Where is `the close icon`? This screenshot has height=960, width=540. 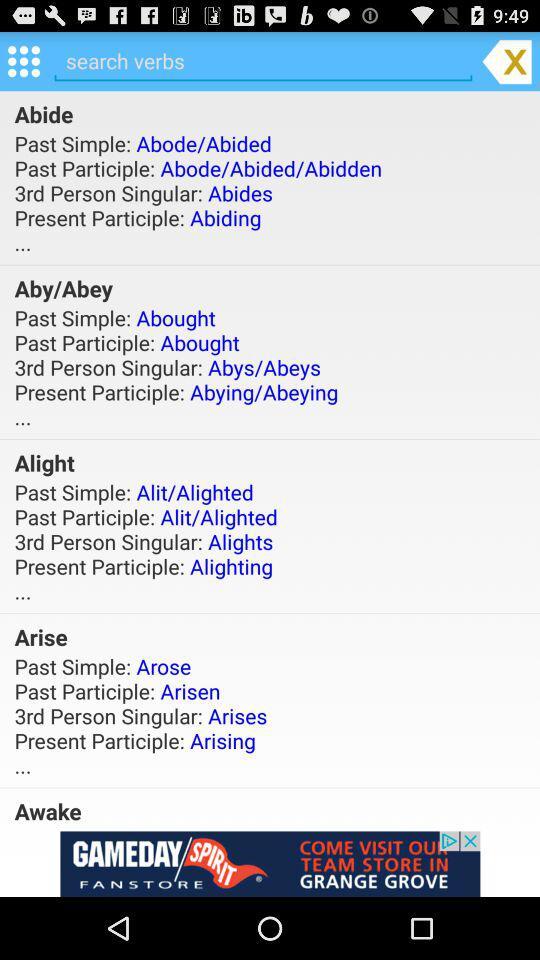
the close icon is located at coordinates (507, 65).